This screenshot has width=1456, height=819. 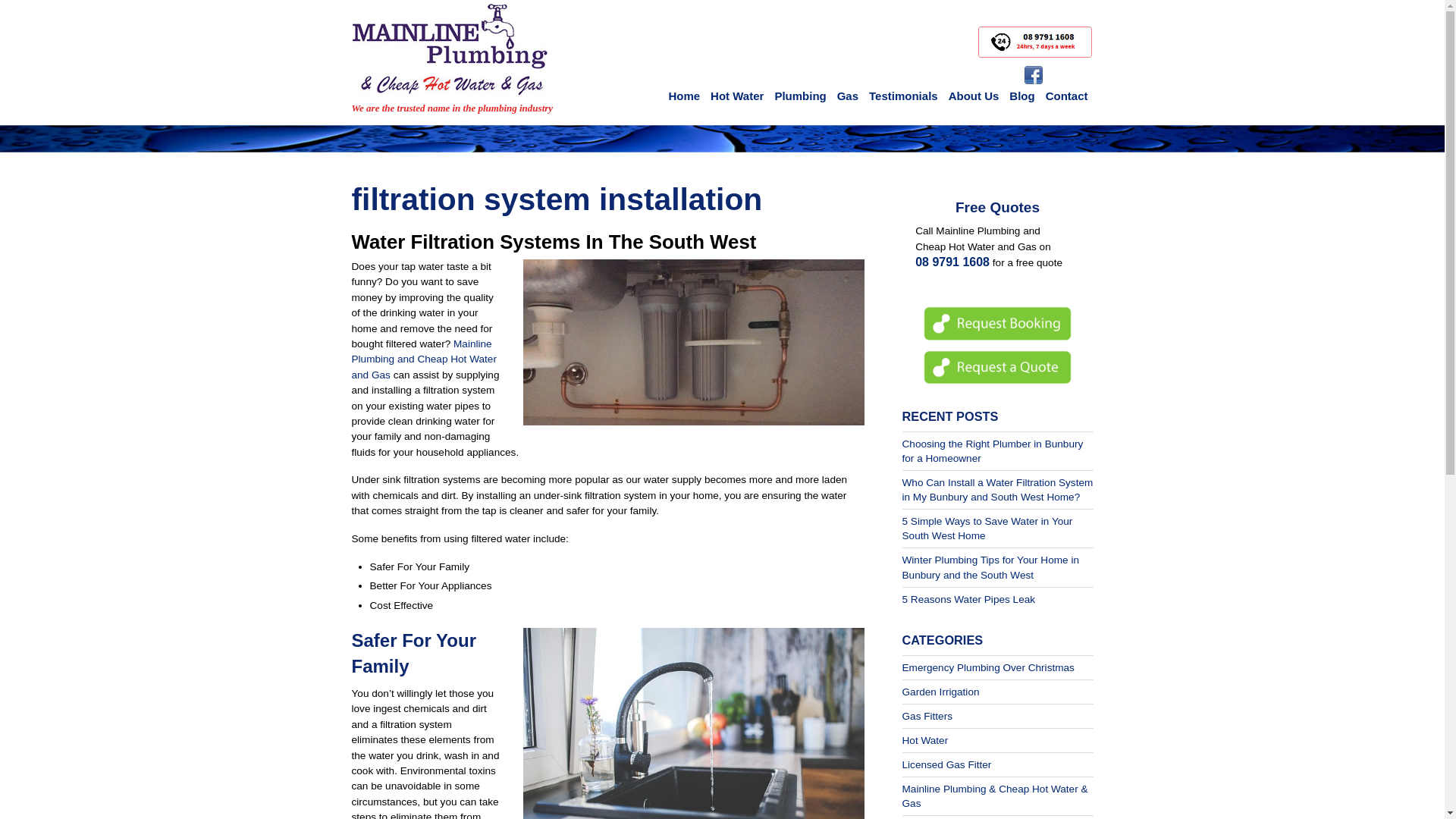 What do you see at coordinates (927, 716) in the screenshot?
I see `'Gas Fitters'` at bounding box center [927, 716].